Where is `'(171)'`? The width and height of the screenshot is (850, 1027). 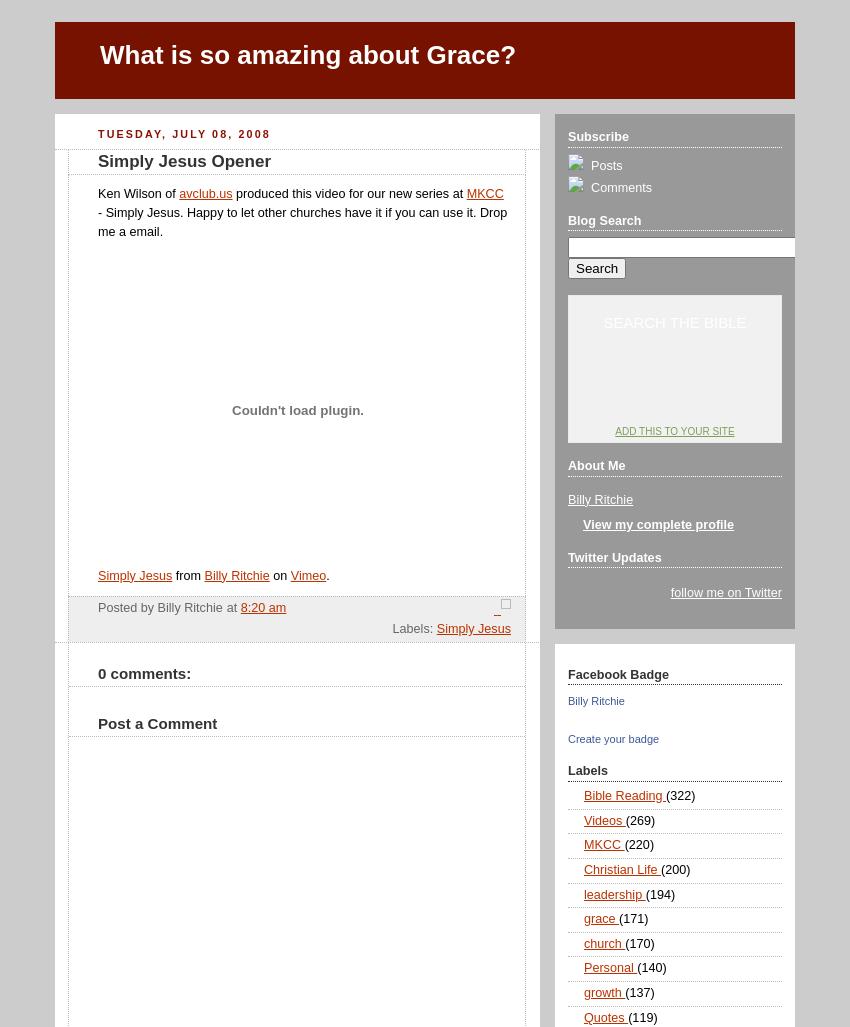 '(171)' is located at coordinates (632, 918).